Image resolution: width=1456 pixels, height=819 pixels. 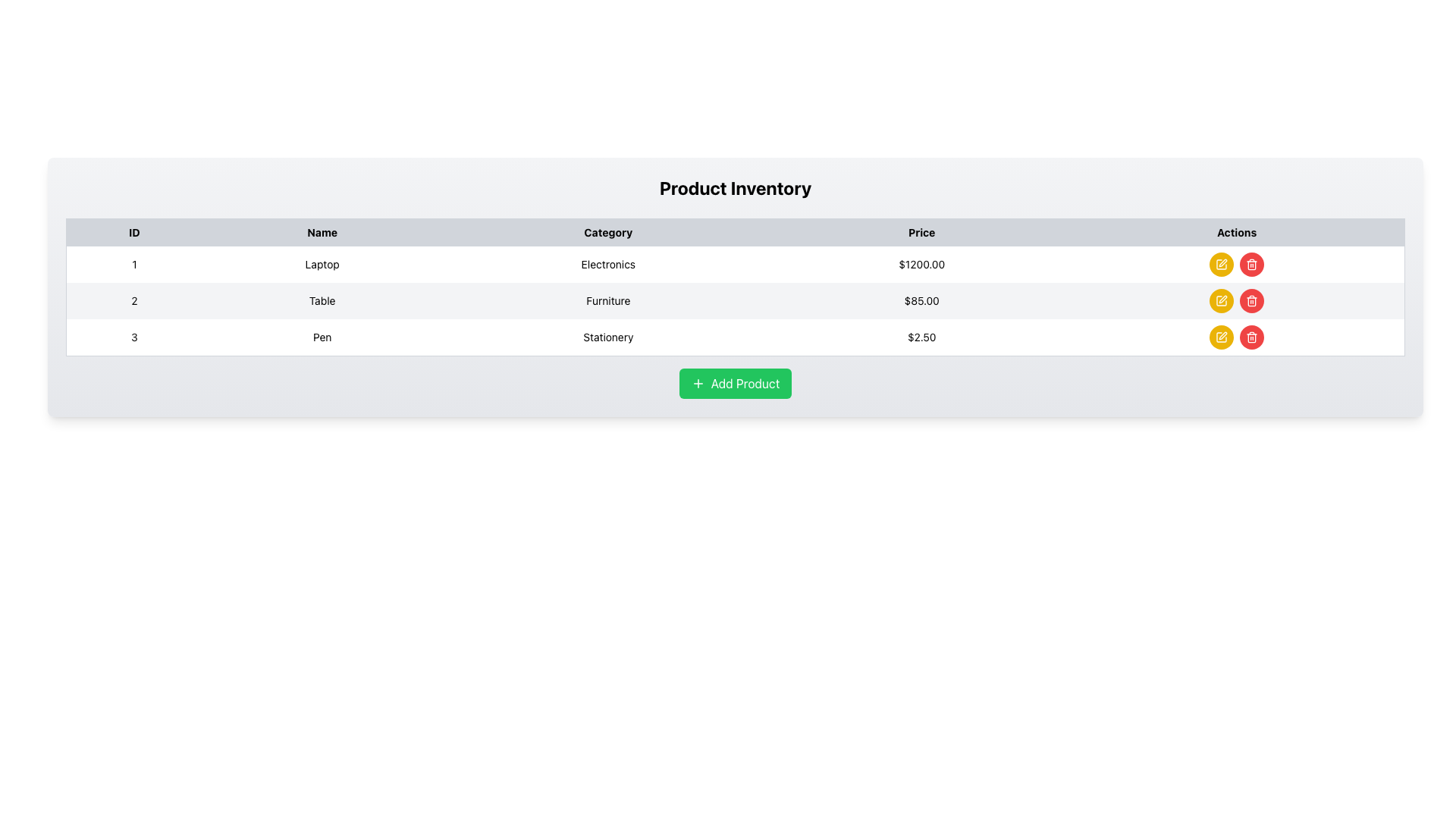 I want to click on the 'edit' or 'delete' button, so click(x=1237, y=301).